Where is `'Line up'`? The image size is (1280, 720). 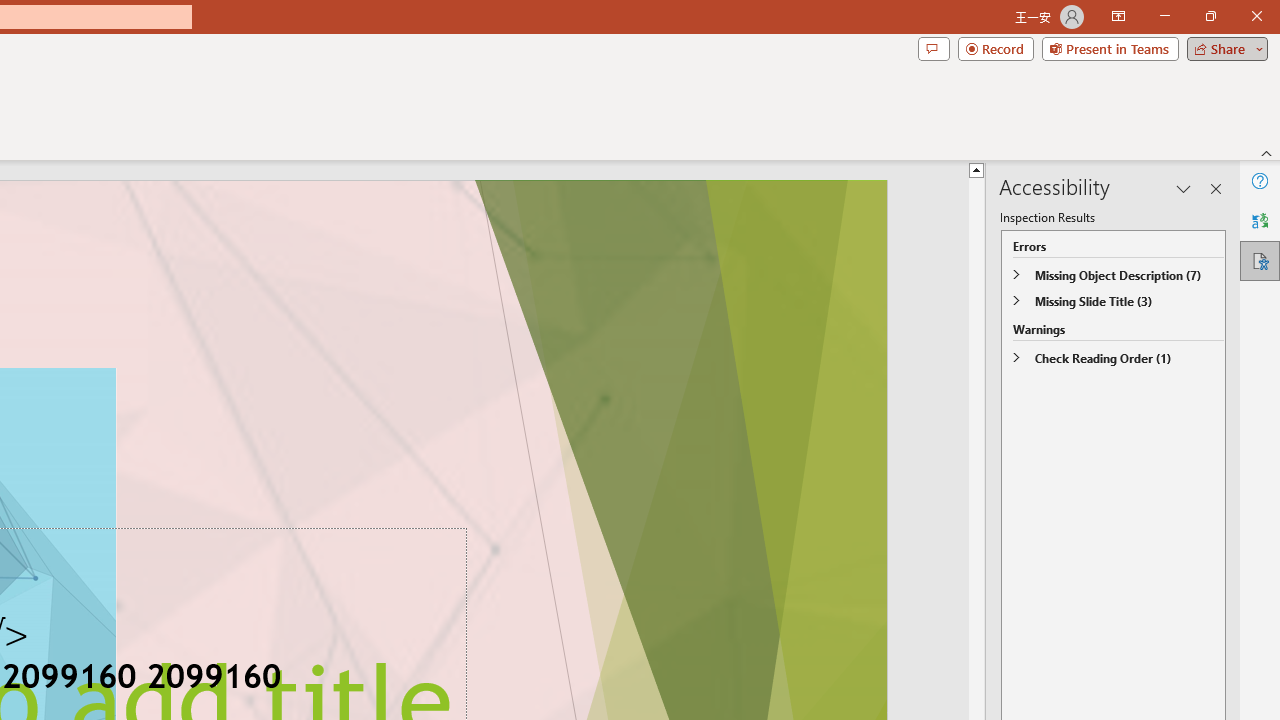
'Line up' is located at coordinates (976, 168).